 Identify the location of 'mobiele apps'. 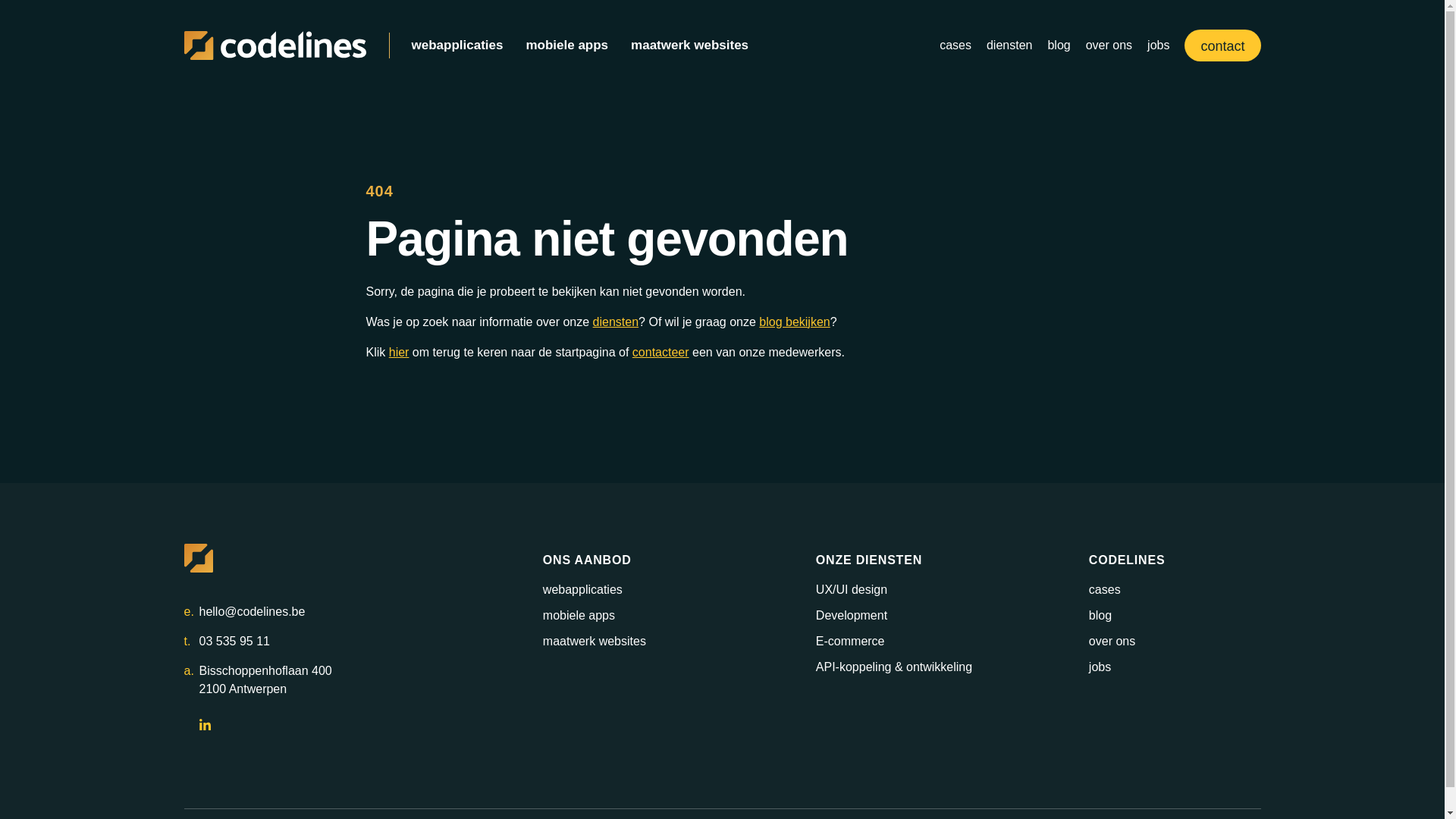
(566, 45).